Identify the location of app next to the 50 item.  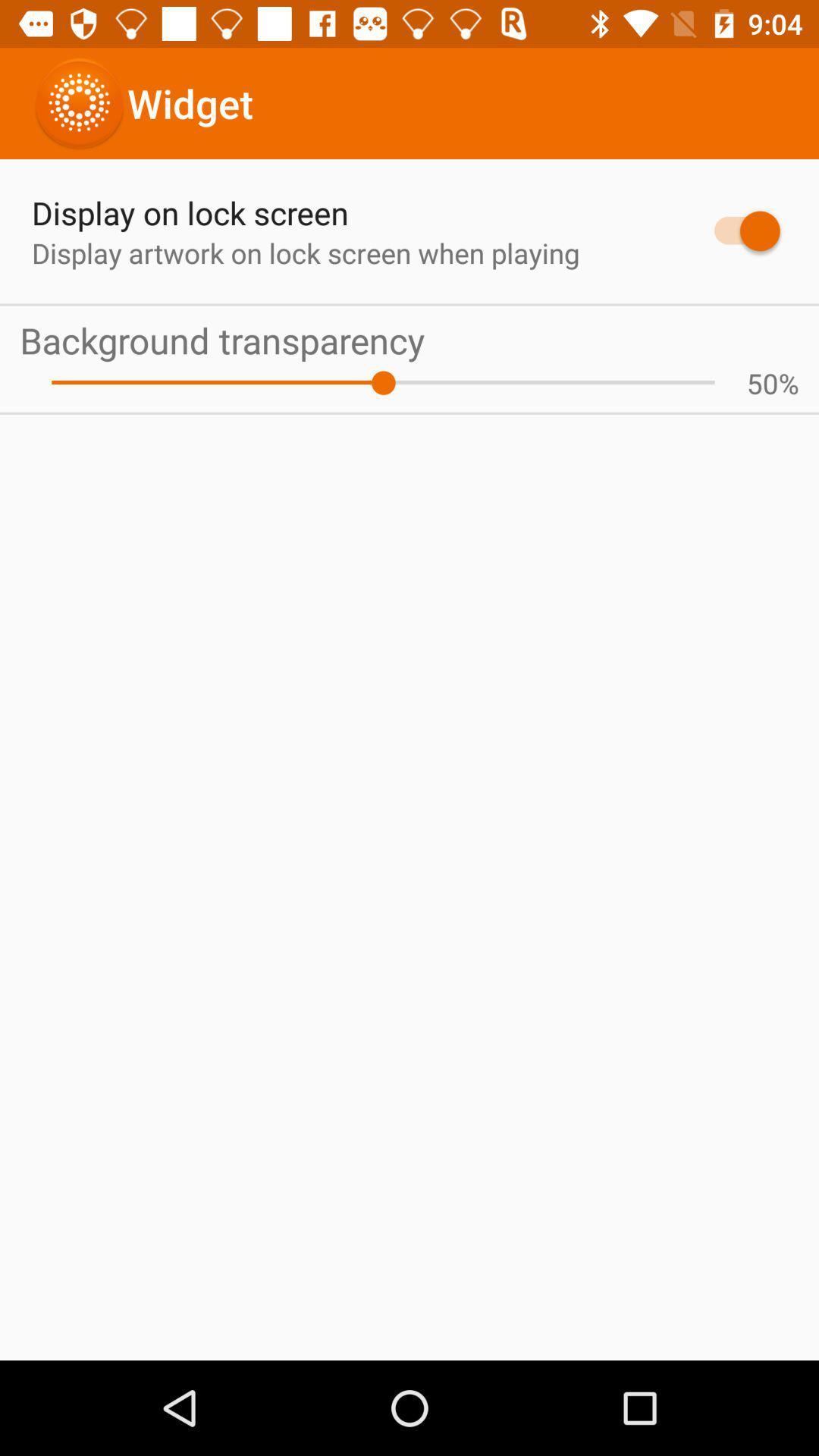
(788, 383).